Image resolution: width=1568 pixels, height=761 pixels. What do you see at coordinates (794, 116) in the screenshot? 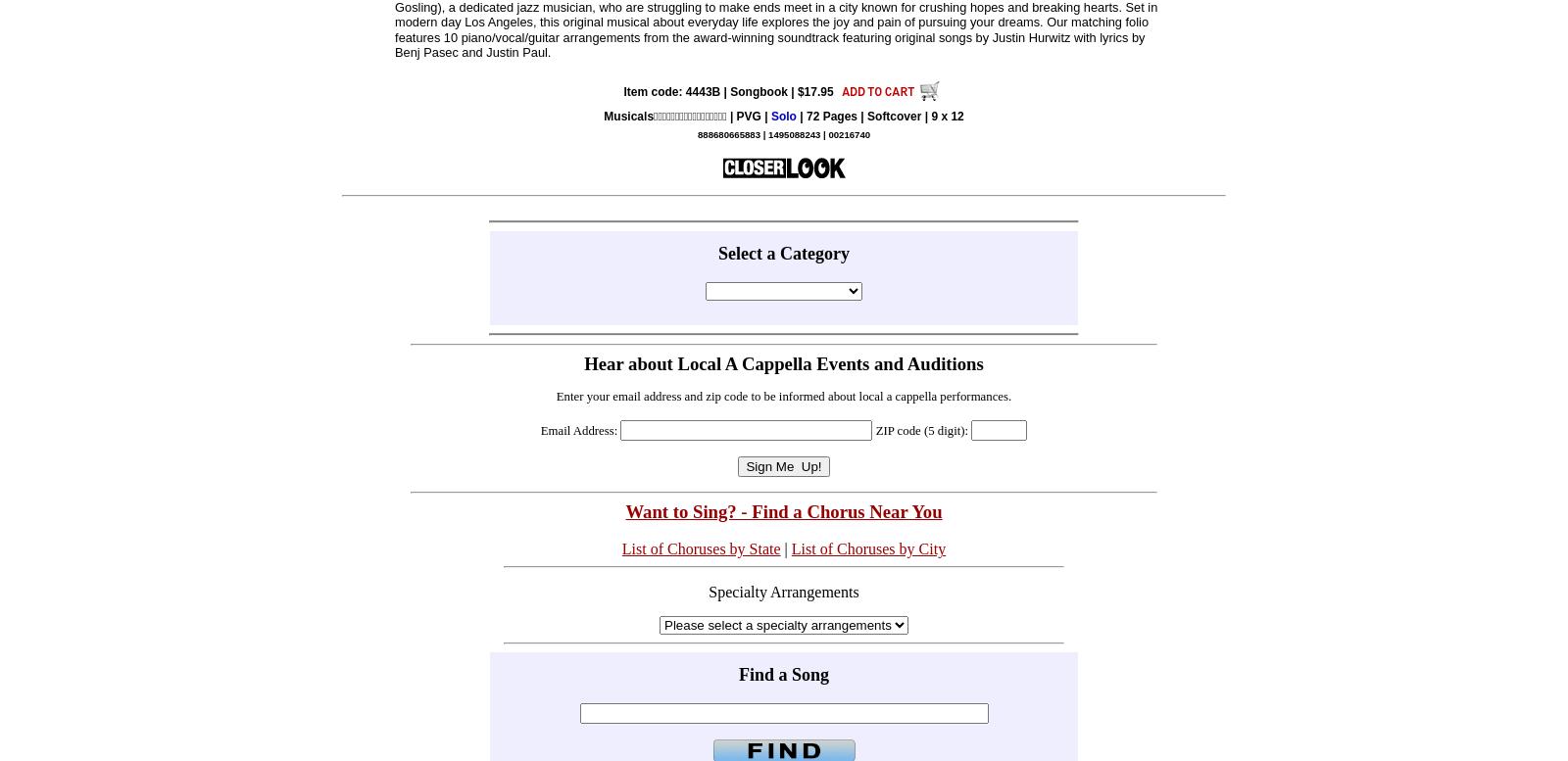
I see `'| 72 Pages | Softcover | 9 x 12'` at bounding box center [794, 116].